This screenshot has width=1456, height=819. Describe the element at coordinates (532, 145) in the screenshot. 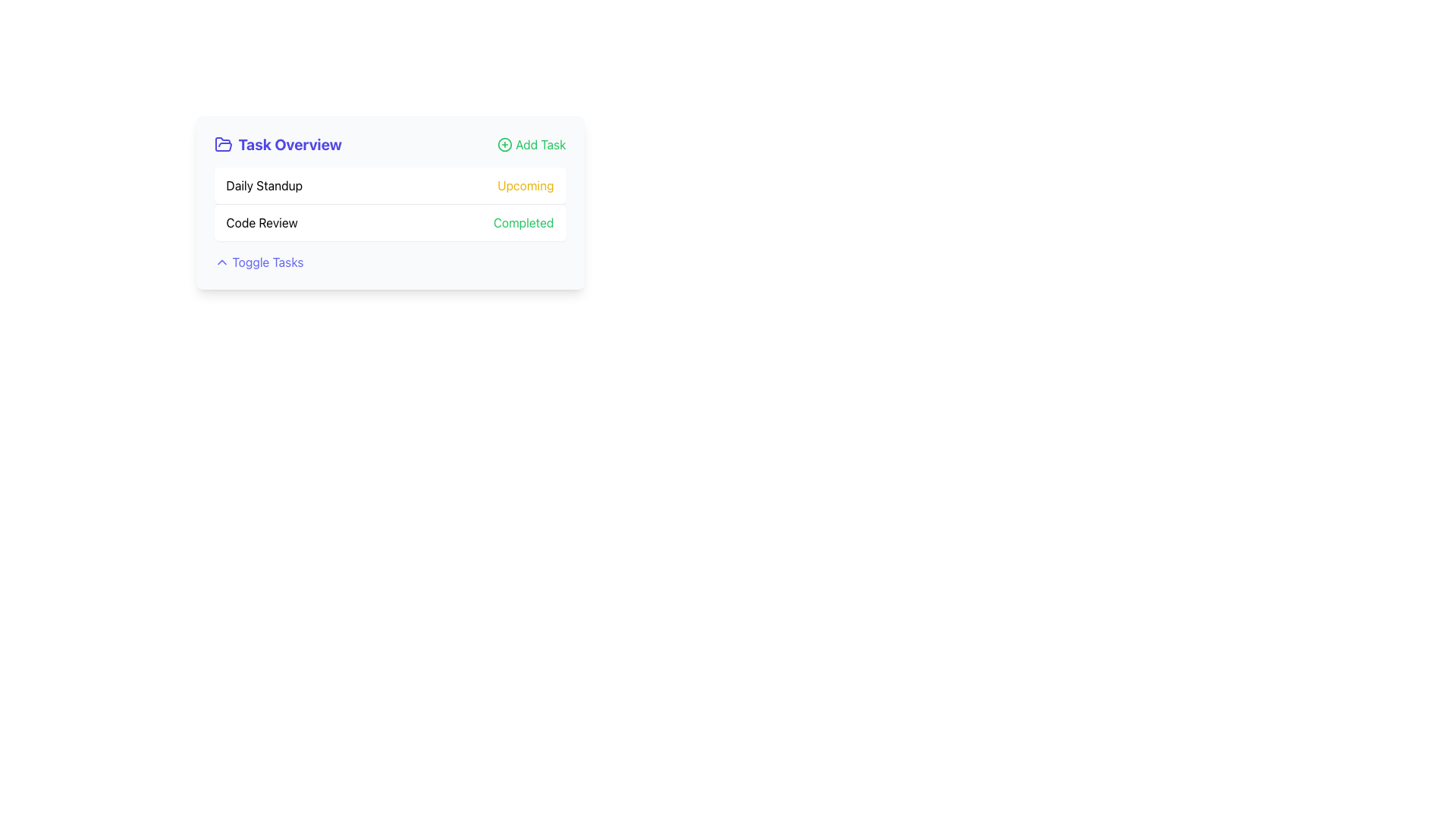

I see `the 'Add Task' button located in the top-right corner of the 'Task Overview' section header` at that location.